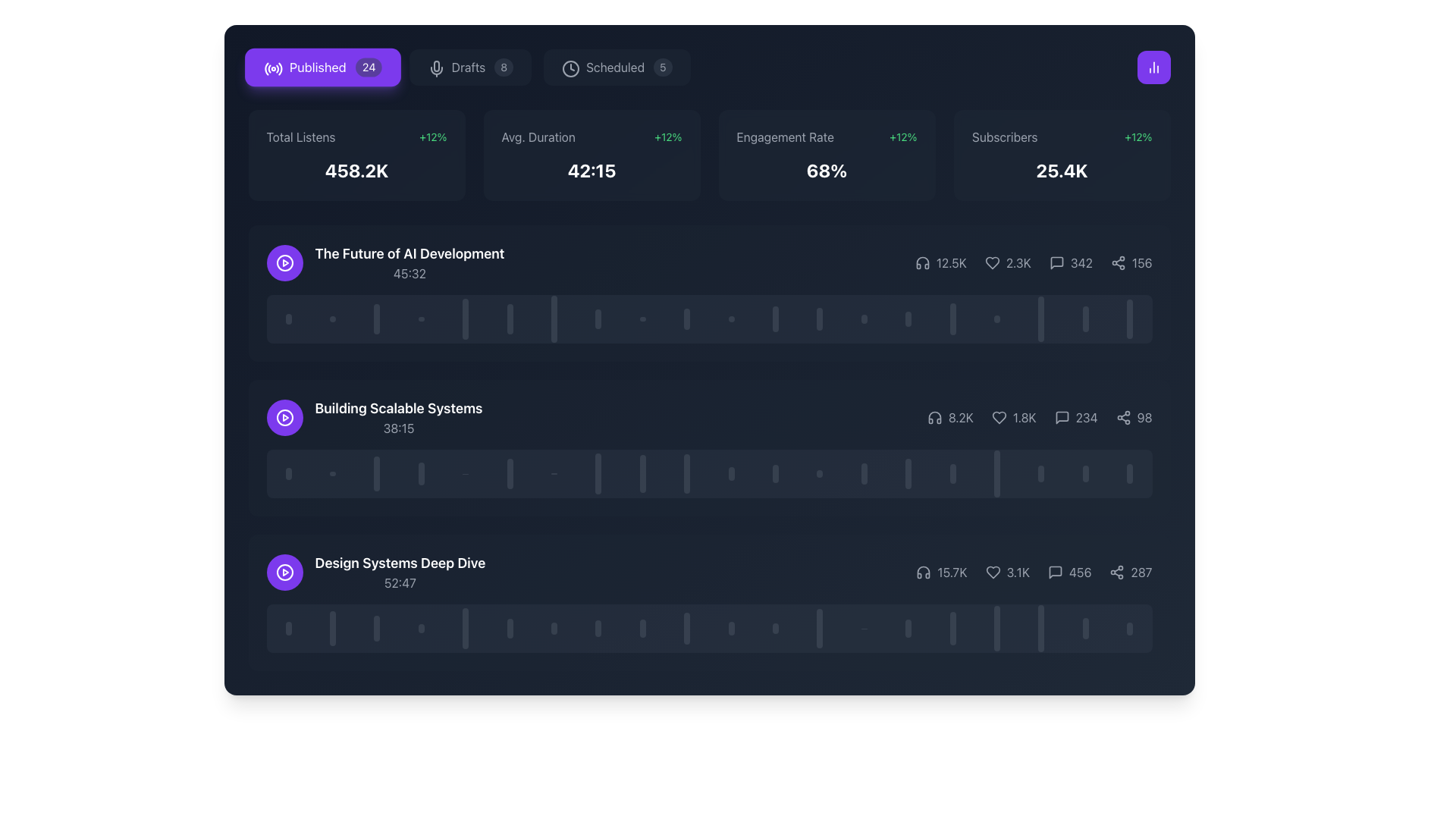  I want to click on the title label for the item 'Design Systems Deep Dive', which is positioned above the duration text '52:47' in the vertically stacked list, so click(400, 563).